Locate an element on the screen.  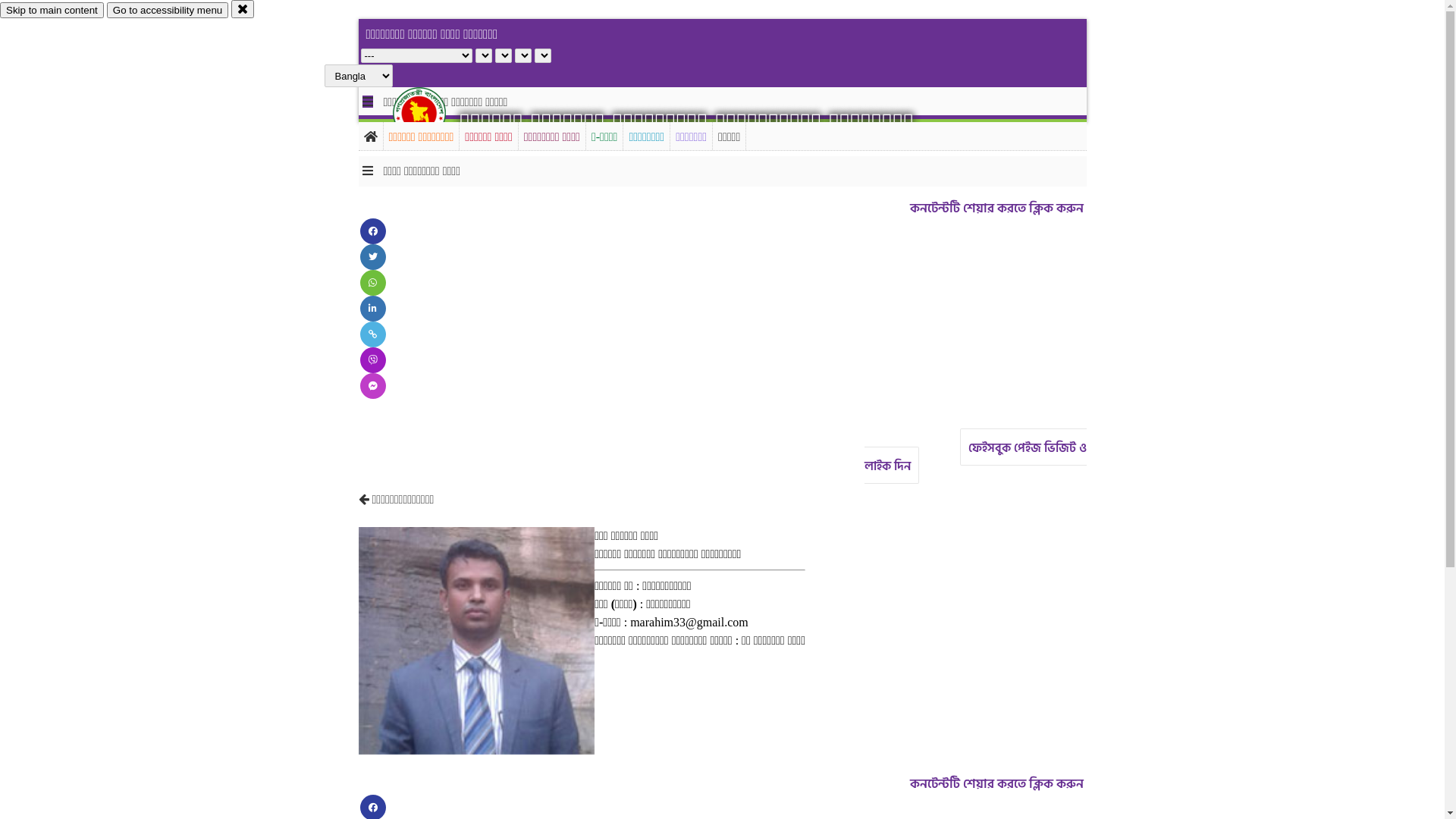
'Go to accessibility menu' is located at coordinates (167, 10).